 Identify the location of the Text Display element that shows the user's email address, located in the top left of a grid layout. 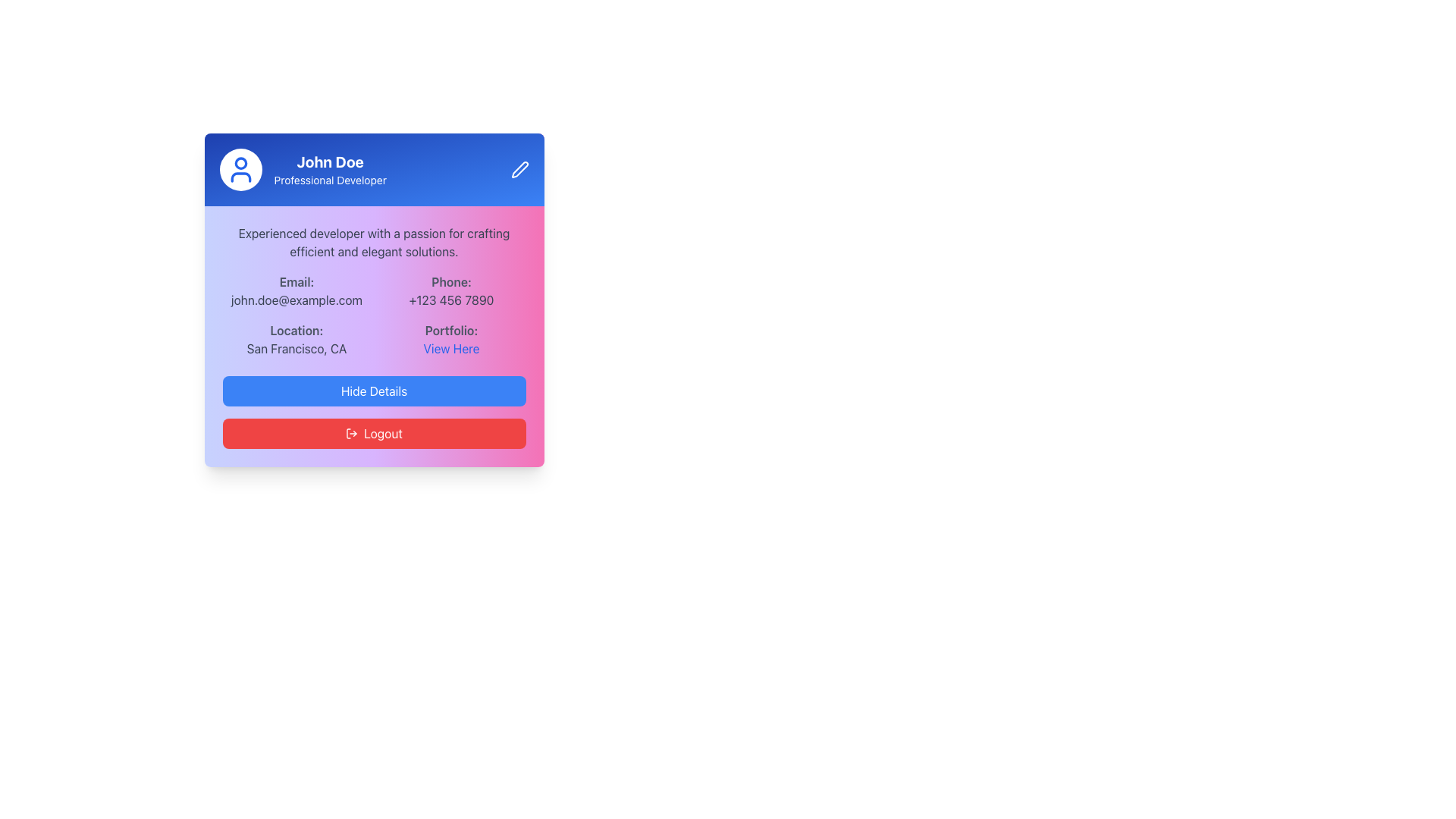
(297, 291).